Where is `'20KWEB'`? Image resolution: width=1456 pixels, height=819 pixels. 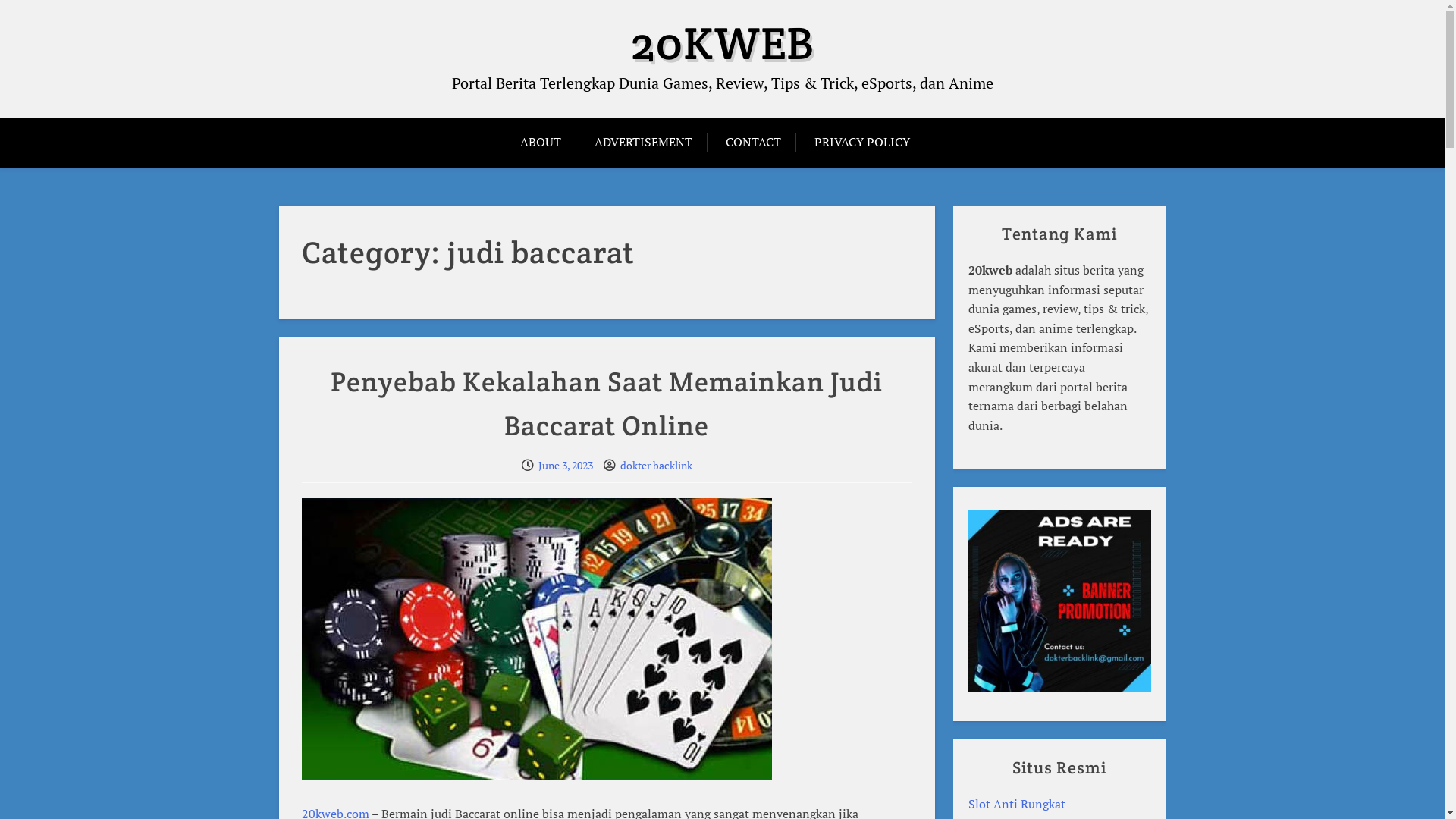 '20KWEB' is located at coordinates (721, 42).